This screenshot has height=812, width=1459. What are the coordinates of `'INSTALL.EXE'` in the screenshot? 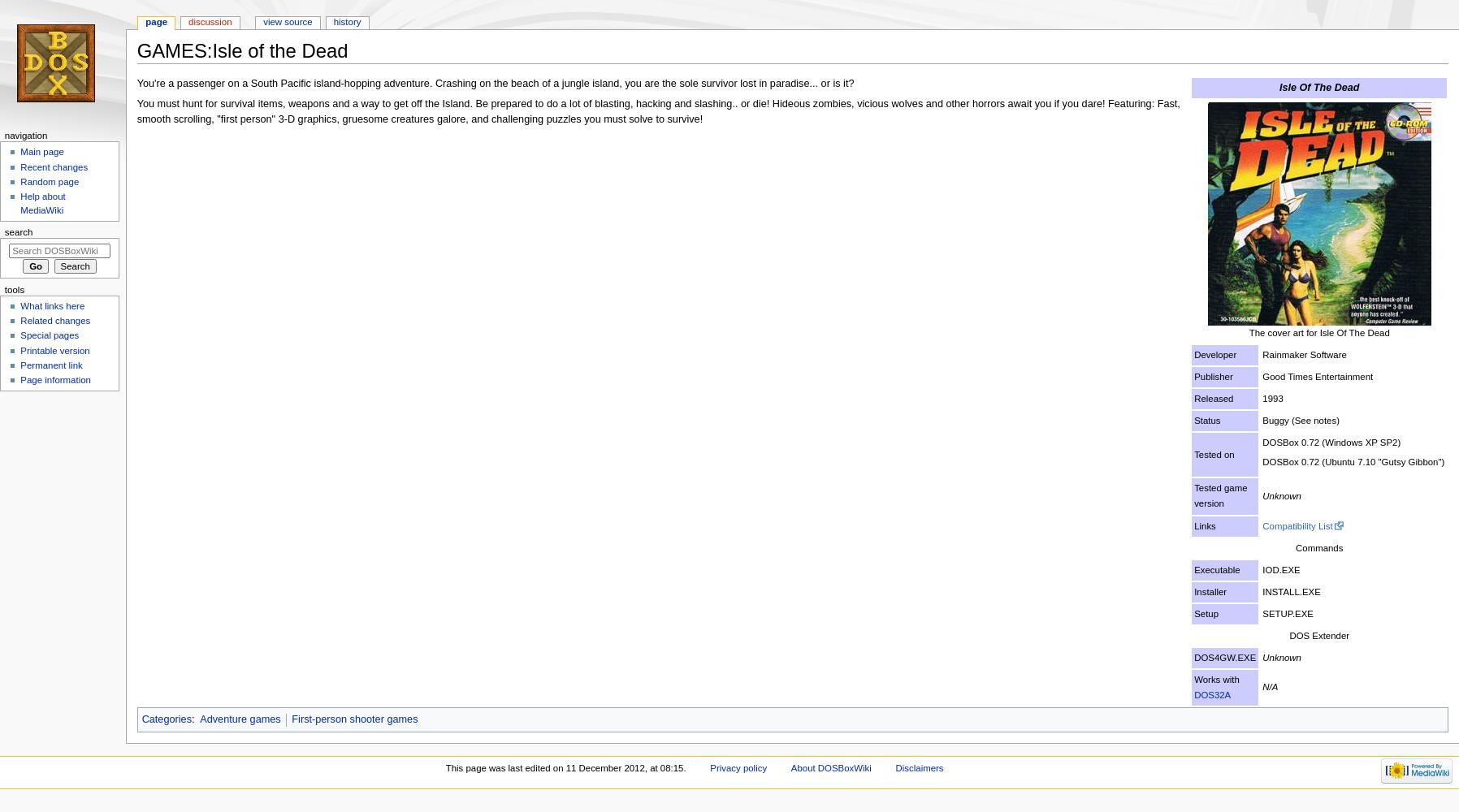 It's located at (1262, 590).